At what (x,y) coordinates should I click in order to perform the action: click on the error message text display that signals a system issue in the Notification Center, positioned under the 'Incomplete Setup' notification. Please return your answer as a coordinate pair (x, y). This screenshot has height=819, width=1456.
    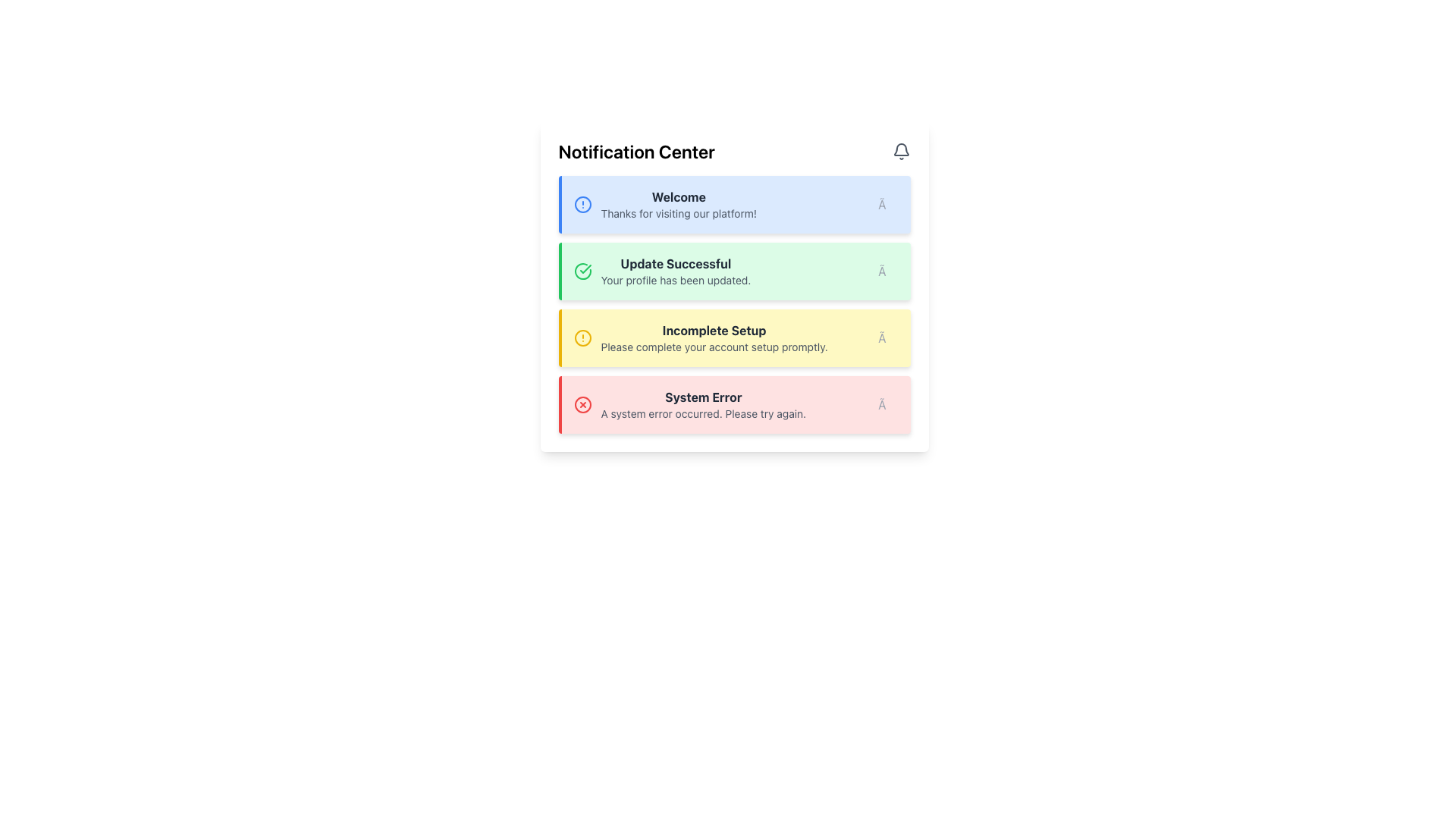
    Looking at the image, I should click on (702, 403).